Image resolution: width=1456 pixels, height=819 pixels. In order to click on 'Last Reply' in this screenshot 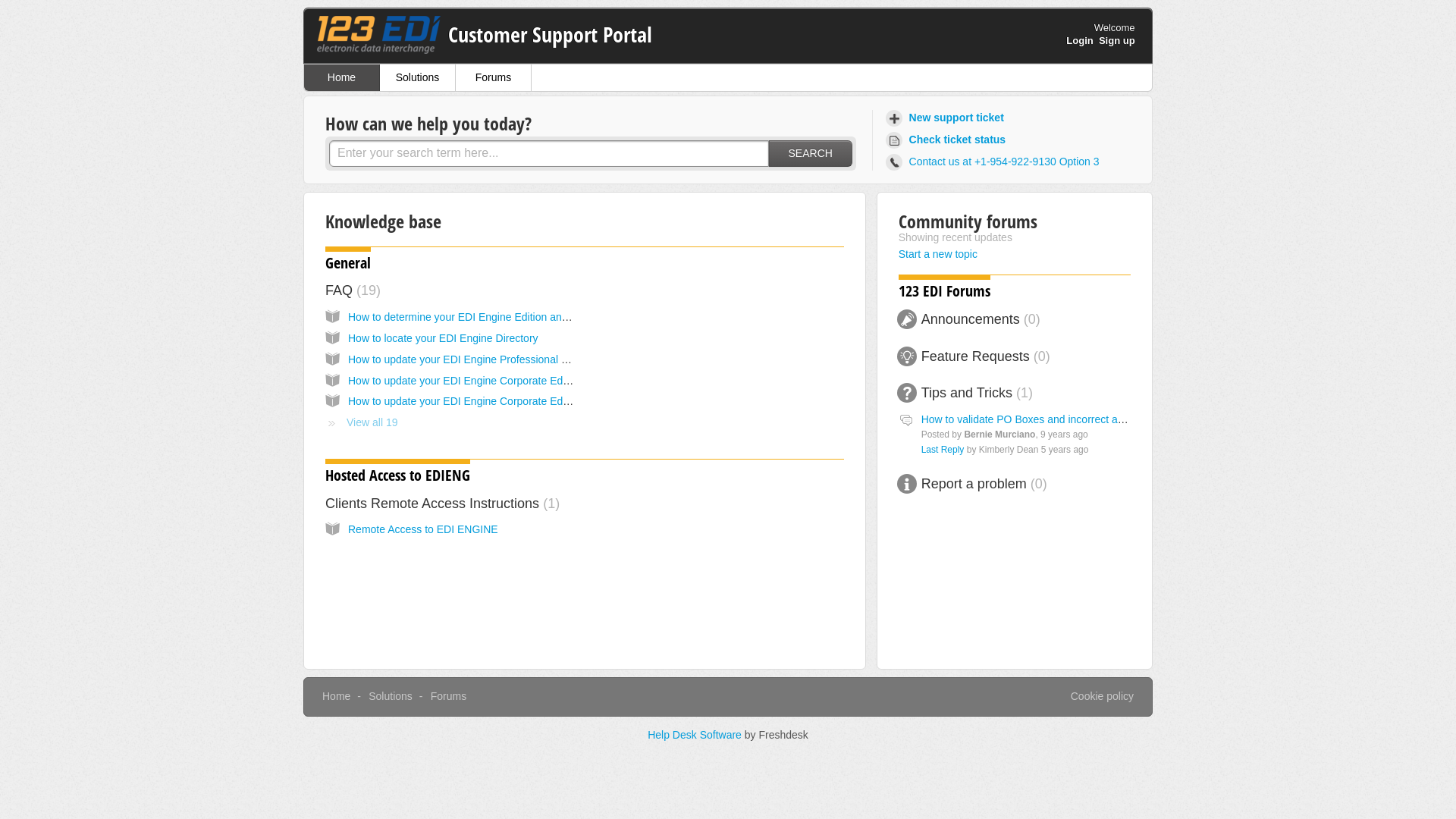, I will do `click(920, 449)`.